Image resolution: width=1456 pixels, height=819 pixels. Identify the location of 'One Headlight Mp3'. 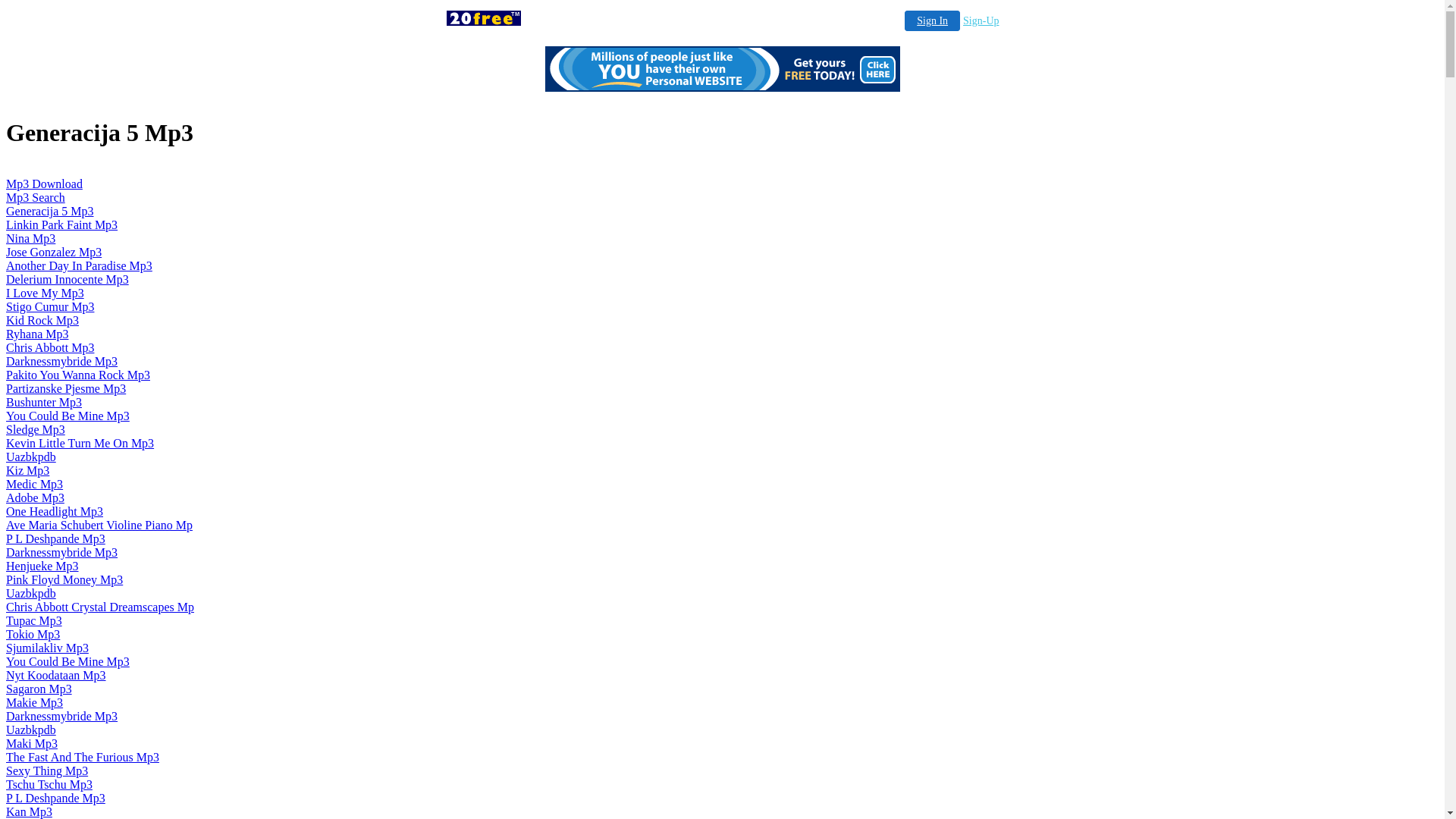
(6, 511).